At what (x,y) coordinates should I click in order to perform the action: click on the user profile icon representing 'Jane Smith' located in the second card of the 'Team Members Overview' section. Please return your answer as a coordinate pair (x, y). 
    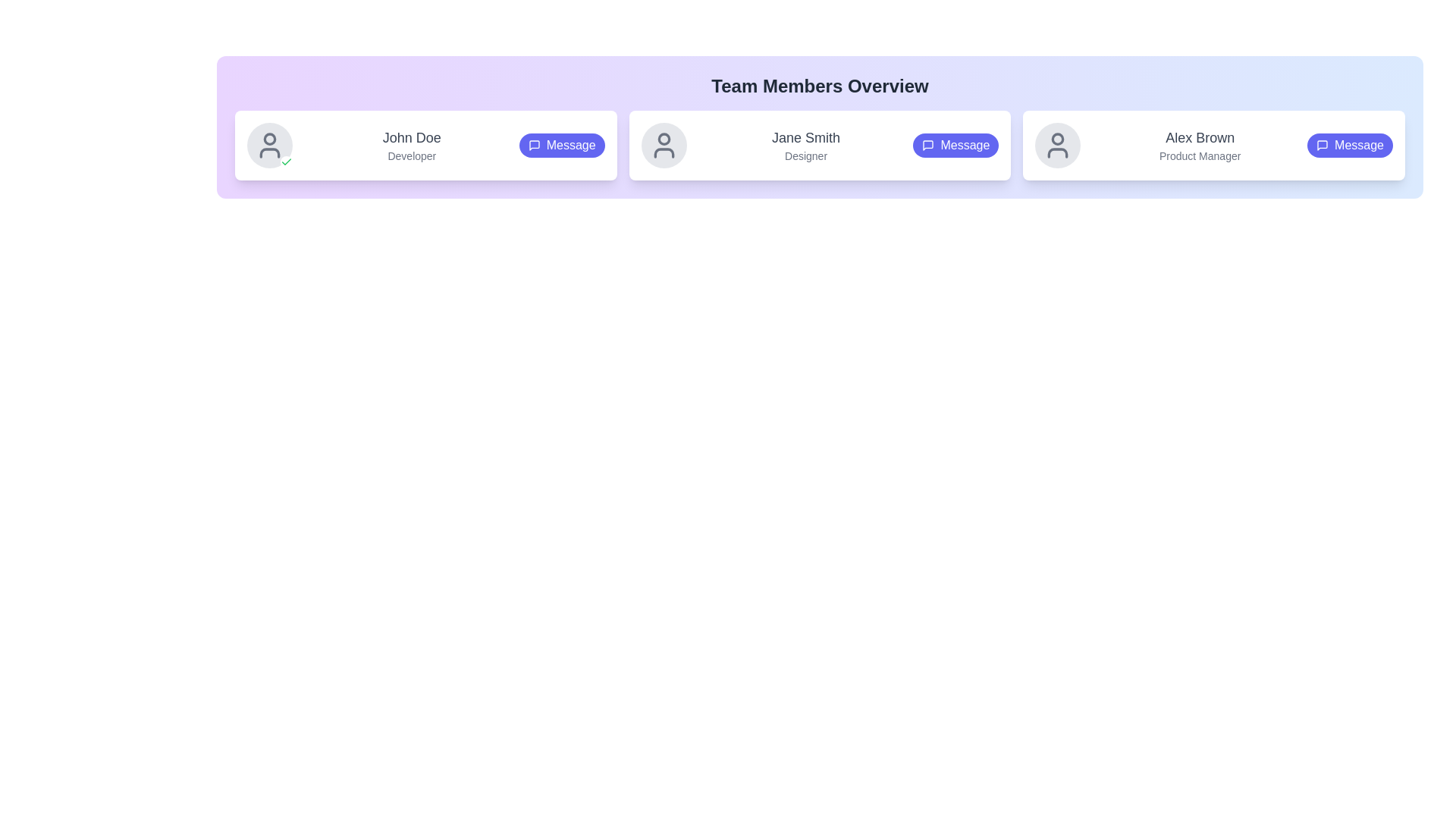
    Looking at the image, I should click on (664, 146).